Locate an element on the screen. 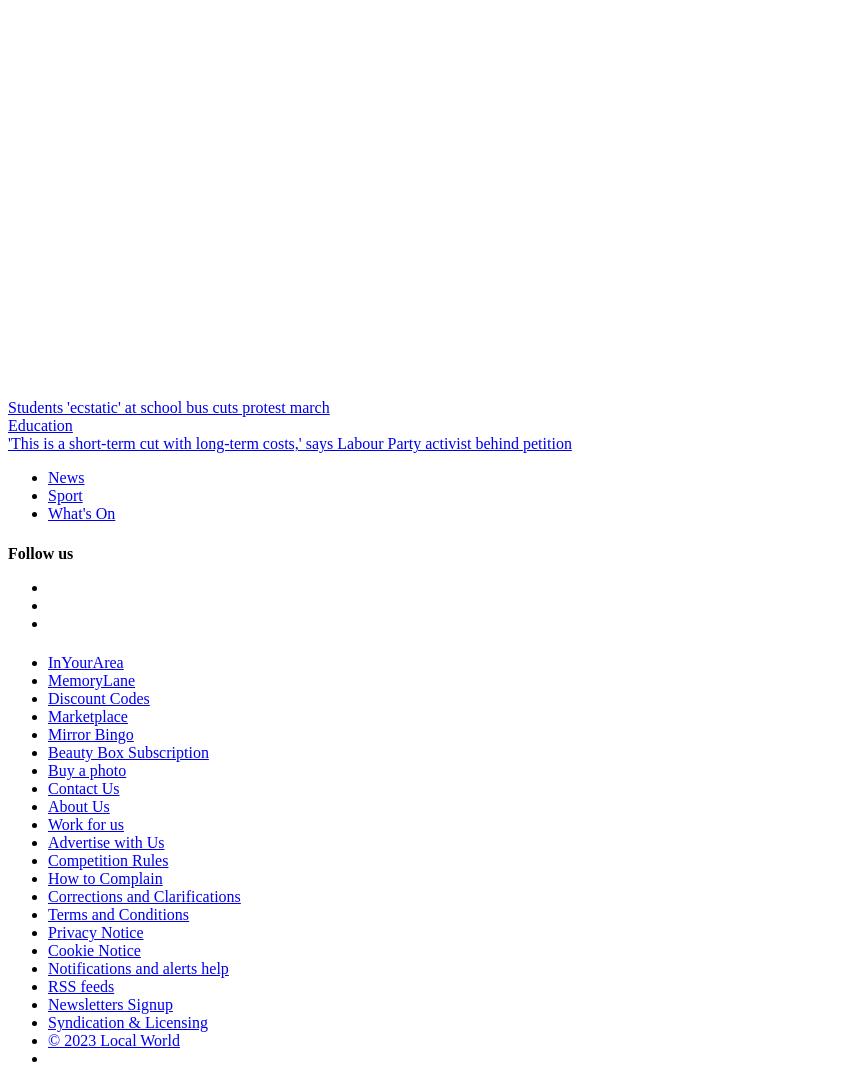 The width and height of the screenshot is (858, 1072). 'Advertise with Us' is located at coordinates (105, 841).